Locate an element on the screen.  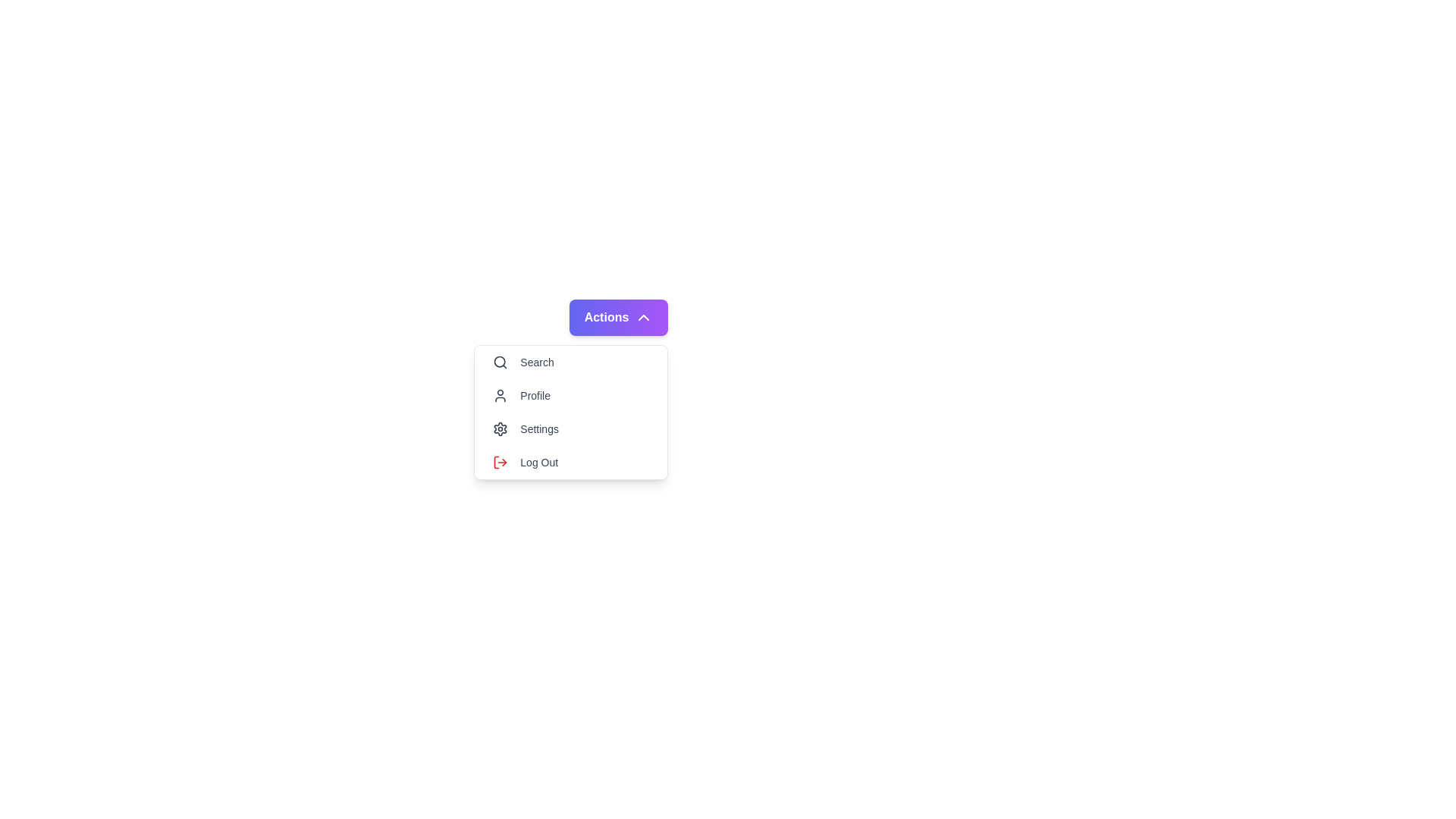
the settings Text label, which is the third item in the vertical menu list aligned with a gear icon is located at coordinates (539, 429).